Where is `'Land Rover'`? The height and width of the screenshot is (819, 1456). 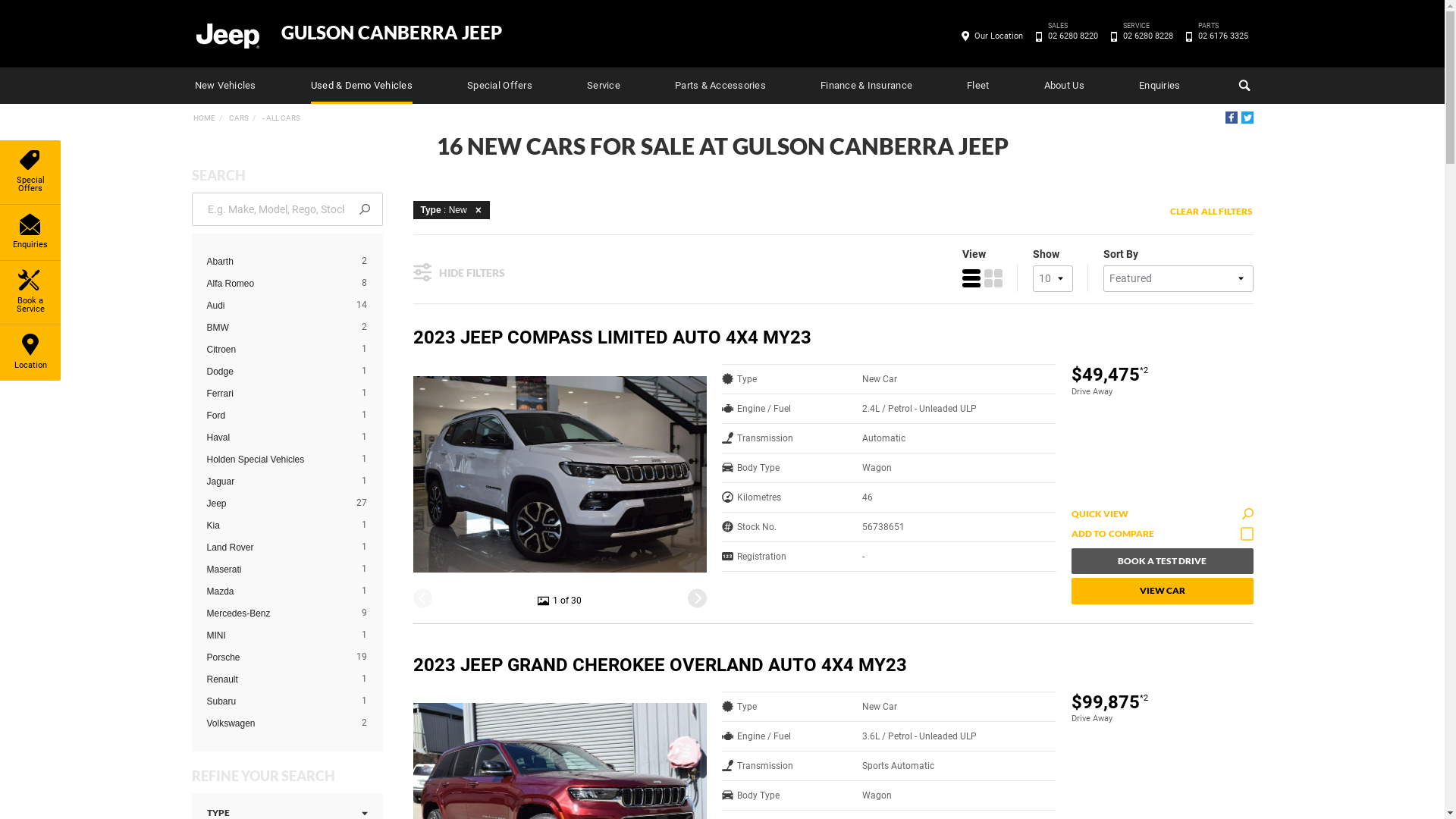 'Land Rover' is located at coordinates (275, 547).